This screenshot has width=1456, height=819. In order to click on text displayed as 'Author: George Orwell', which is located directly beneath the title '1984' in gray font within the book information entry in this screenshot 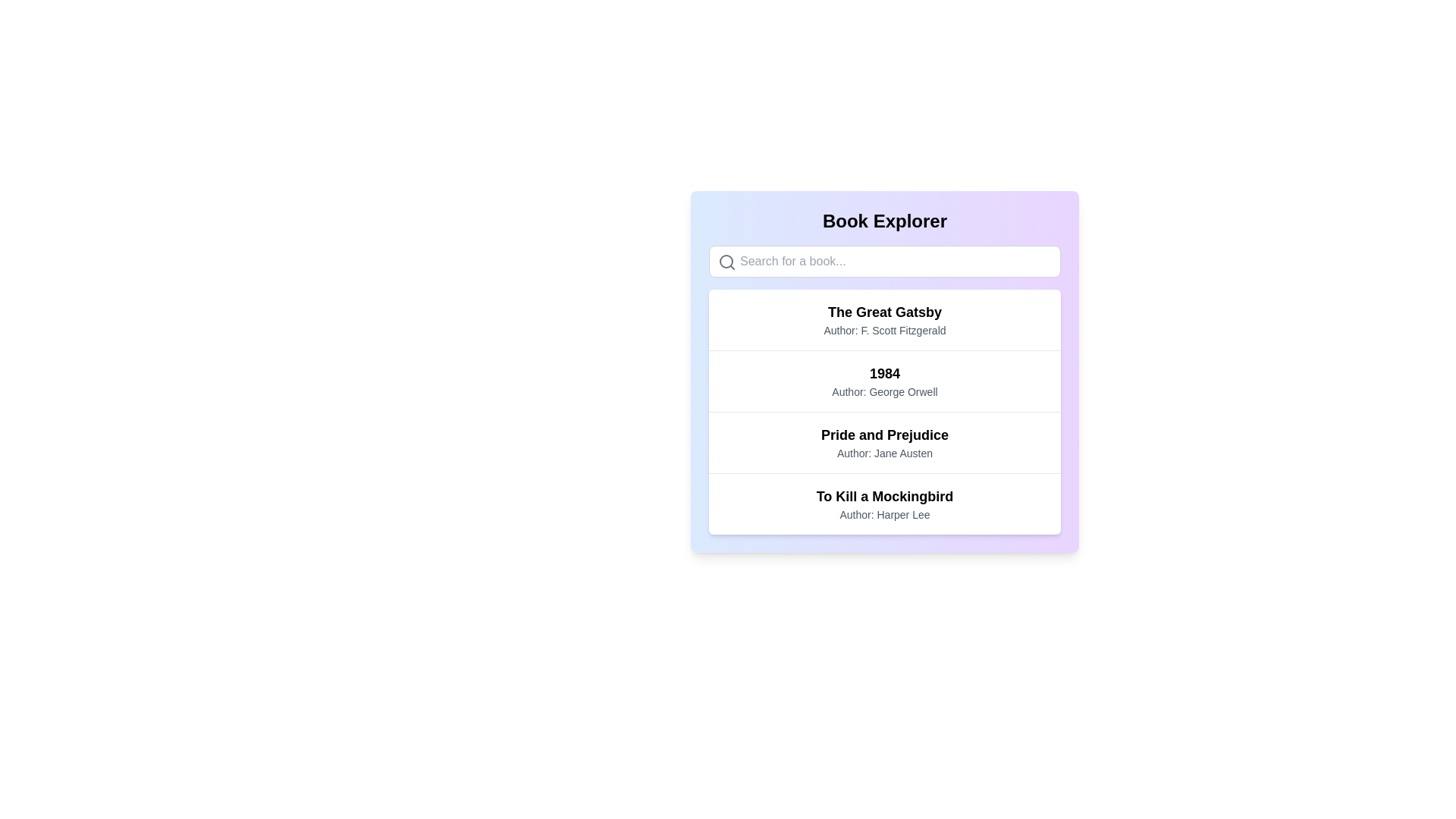, I will do `click(884, 391)`.